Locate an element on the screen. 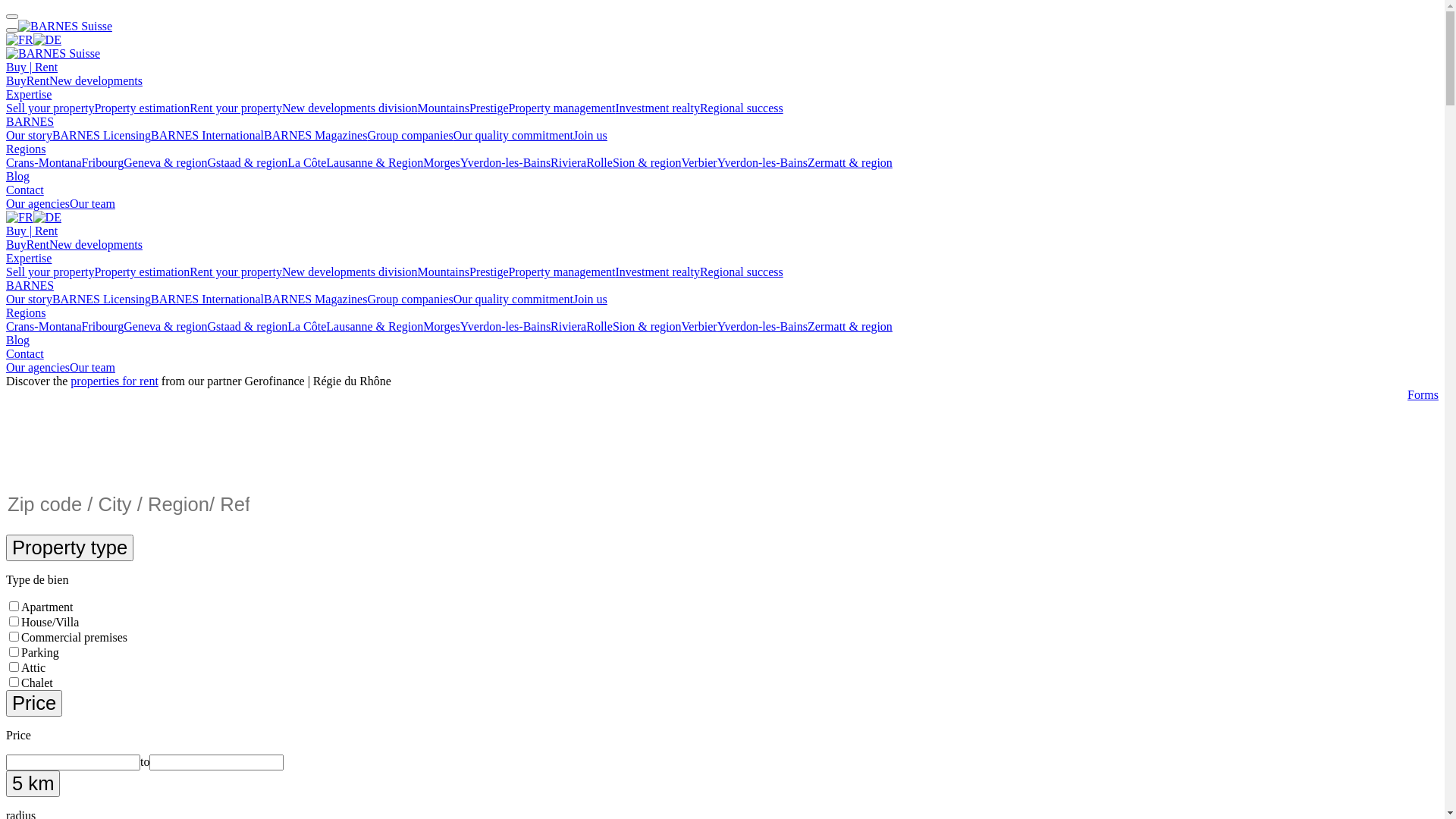  'Yverdon-les-Bains' is located at coordinates (505, 162).